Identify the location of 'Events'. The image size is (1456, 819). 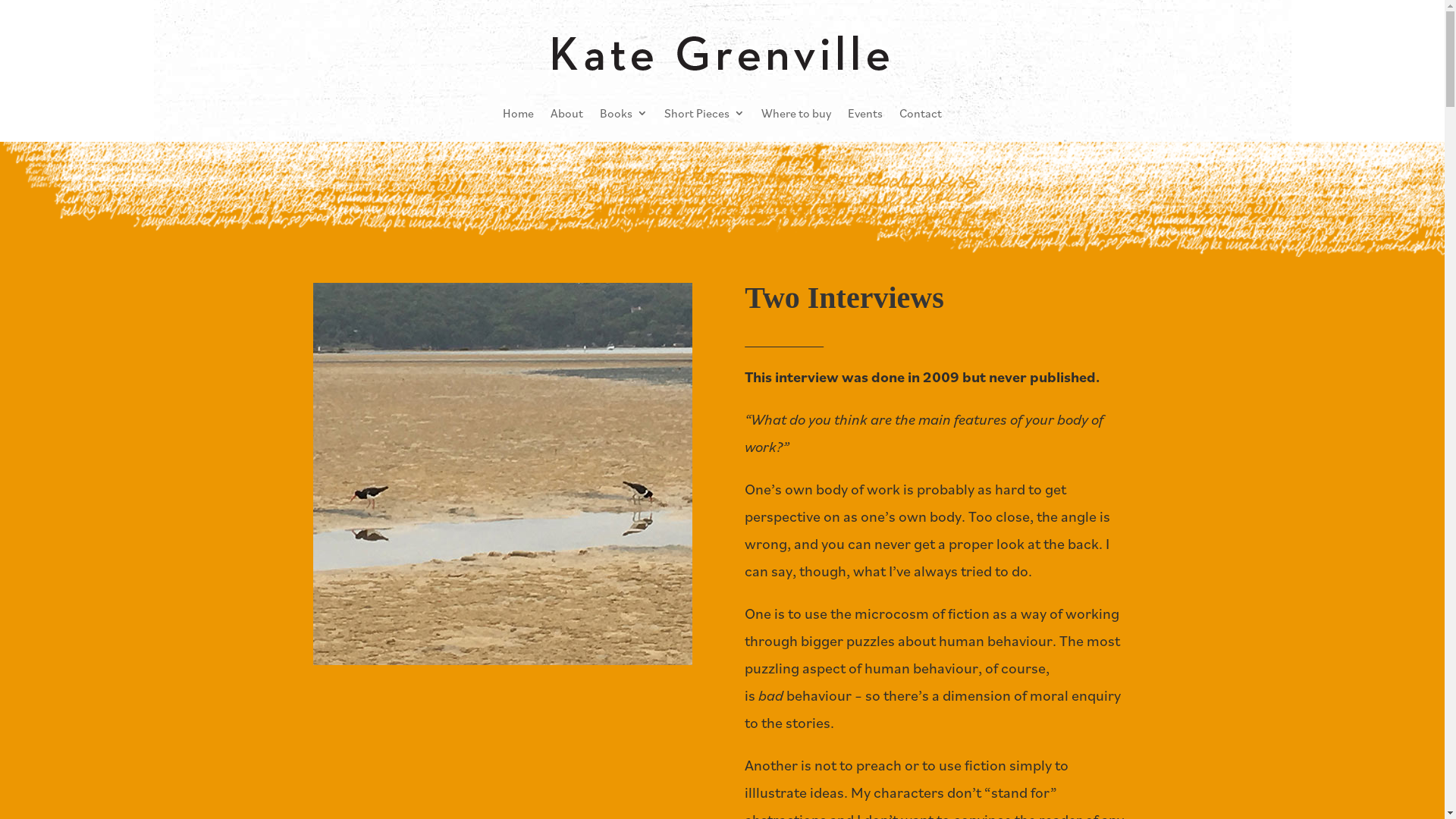
(865, 112).